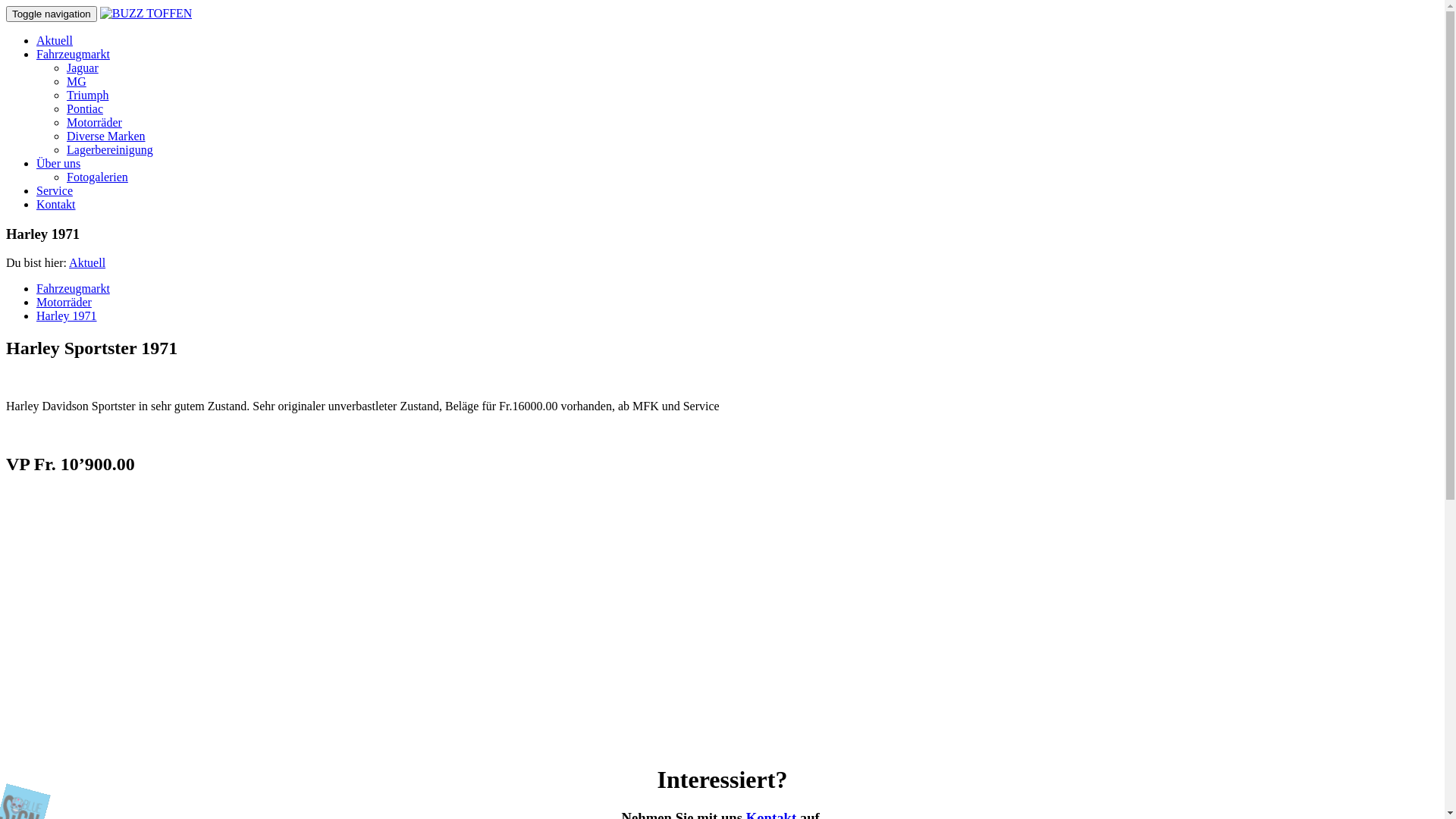  I want to click on 'Pontiac', so click(83, 108).